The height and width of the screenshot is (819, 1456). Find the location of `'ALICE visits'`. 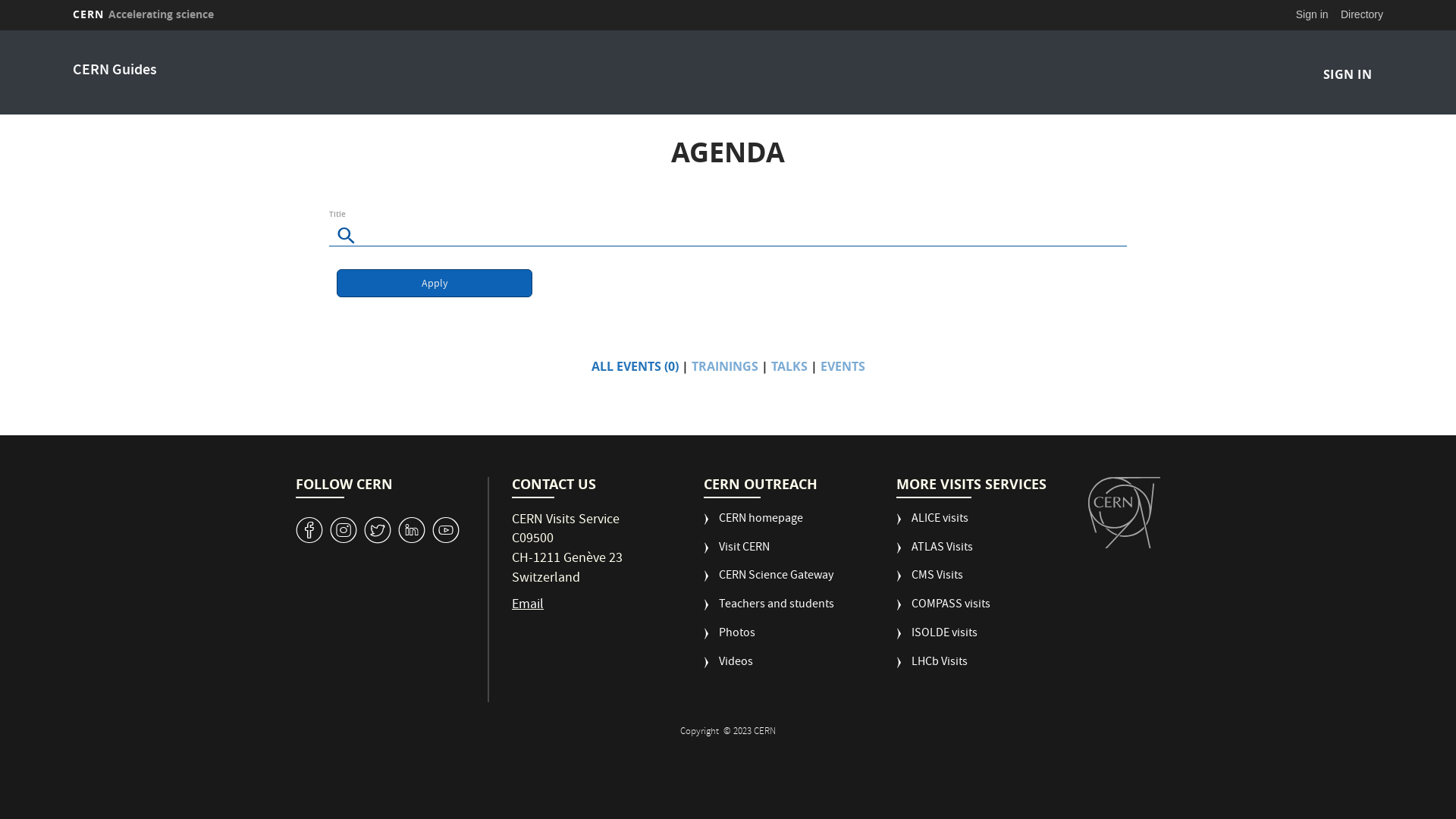

'ALICE visits' is located at coordinates (931, 525).